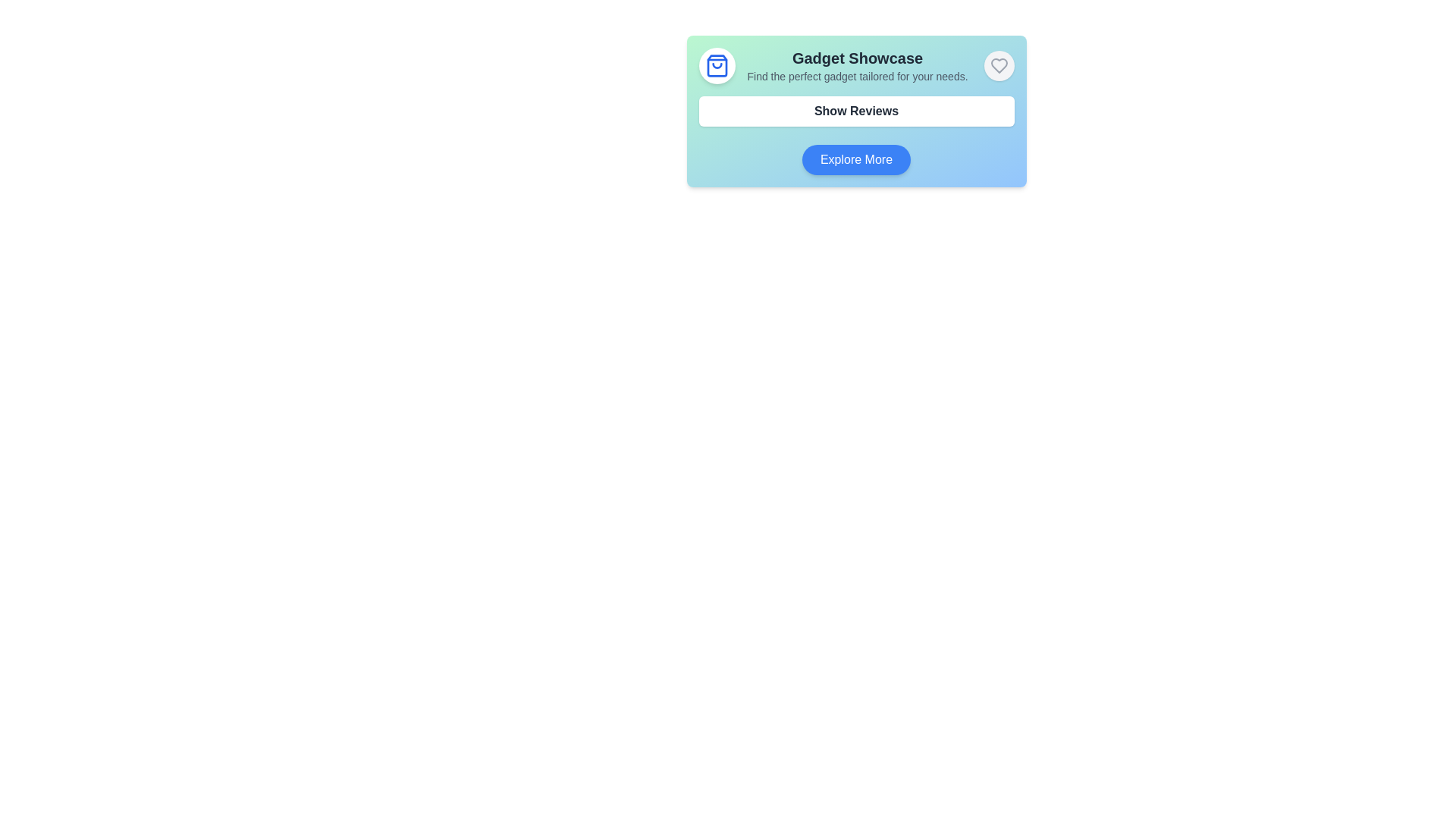 This screenshot has height=819, width=1456. Describe the element at coordinates (999, 65) in the screenshot. I see `the heart-shaped icon in the top-right corner of the card layout to like or favorite the associated item` at that location.